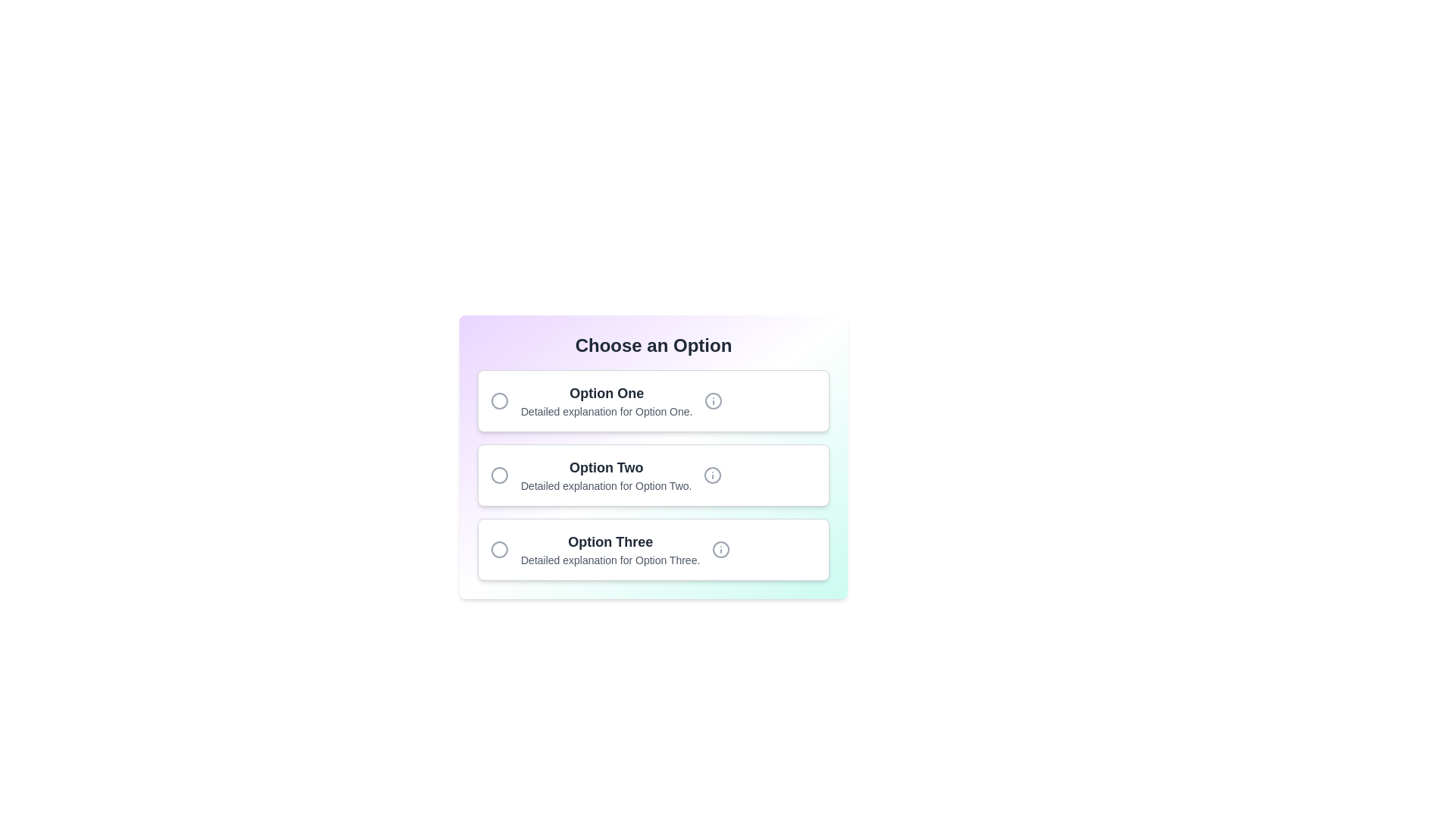 The width and height of the screenshot is (1456, 819). Describe the element at coordinates (607, 400) in the screenshot. I see `the 'Option One' label, which is the first option in a vertically stacked list` at that location.